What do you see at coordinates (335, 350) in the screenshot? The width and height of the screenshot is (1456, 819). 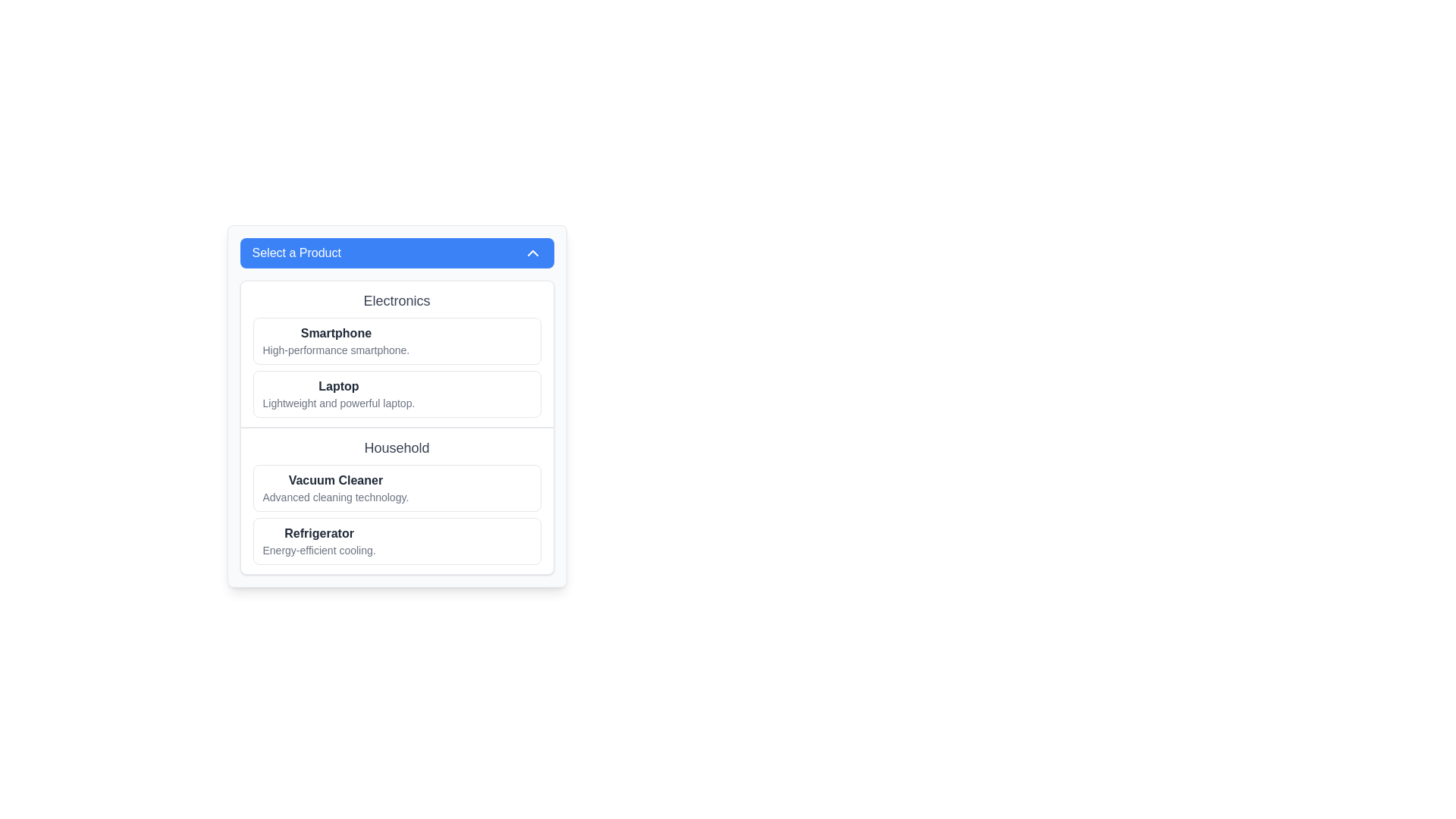 I see `the descriptive text label located beneath the bold text 'Smartphone' in the 'Electronics' section of the selection panel` at bounding box center [335, 350].